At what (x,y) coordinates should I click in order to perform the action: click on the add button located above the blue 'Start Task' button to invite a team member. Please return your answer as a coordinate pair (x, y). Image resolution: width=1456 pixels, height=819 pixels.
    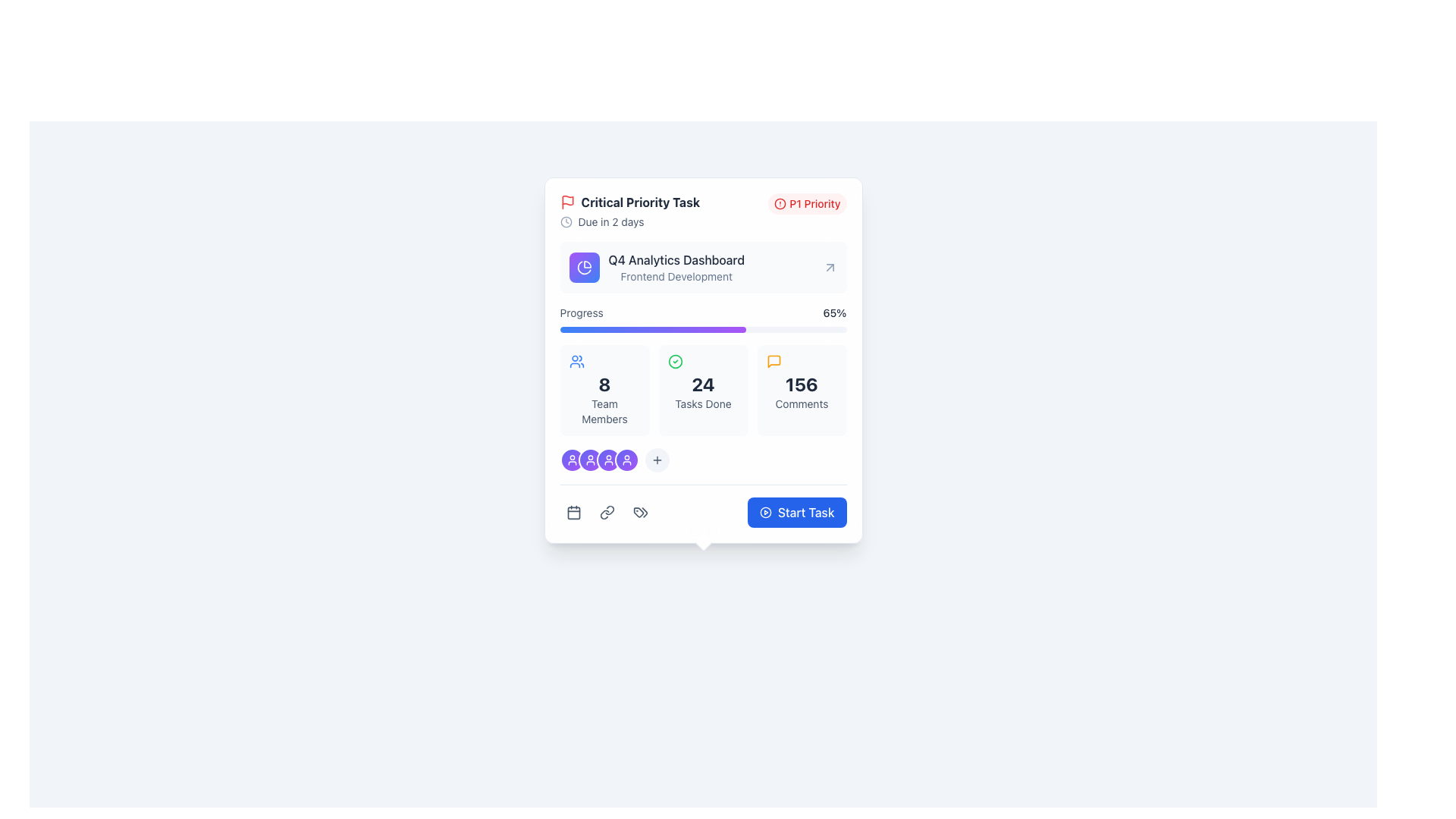
    Looking at the image, I should click on (702, 459).